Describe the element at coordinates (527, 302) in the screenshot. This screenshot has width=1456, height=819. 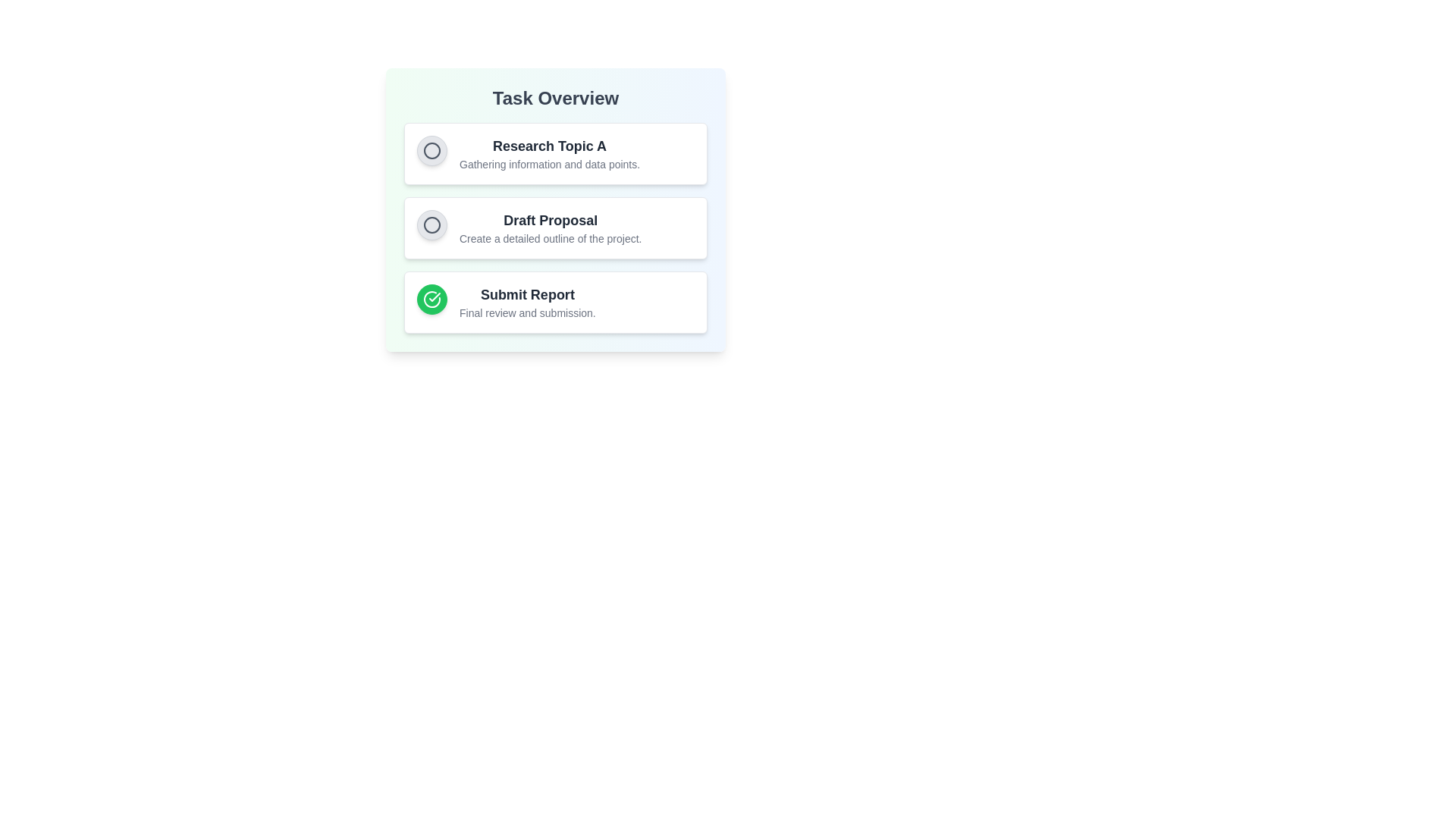
I see `task labeled 'Submit Report' within the card-like structure located in the third row of the 'Task Overview' sequence` at that location.